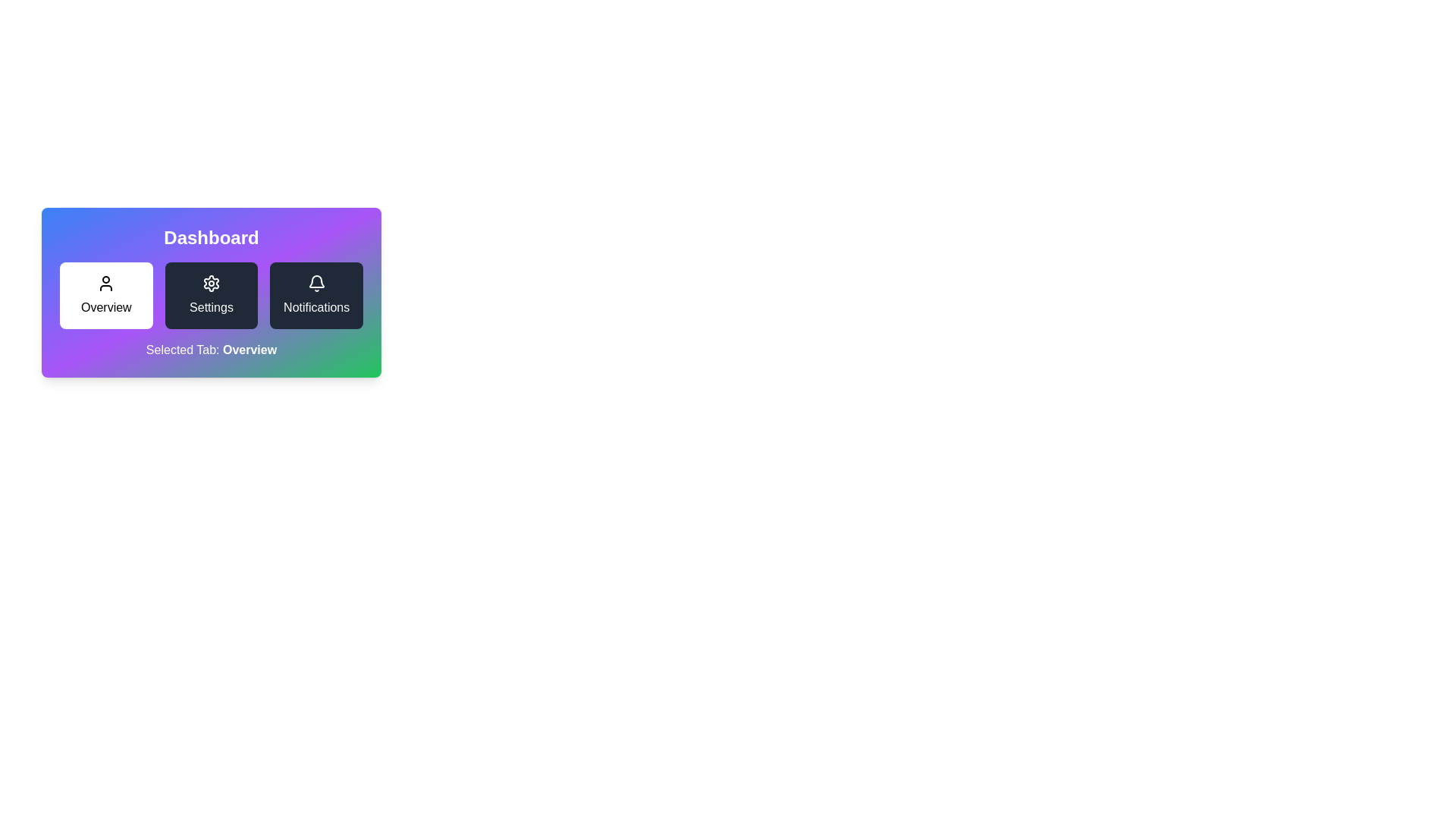  Describe the element at coordinates (210, 307) in the screenshot. I see `the 'Settings' label, which is a text label in white on a dark background, located beneath a gear icon and part of a horizontal row of options` at that location.